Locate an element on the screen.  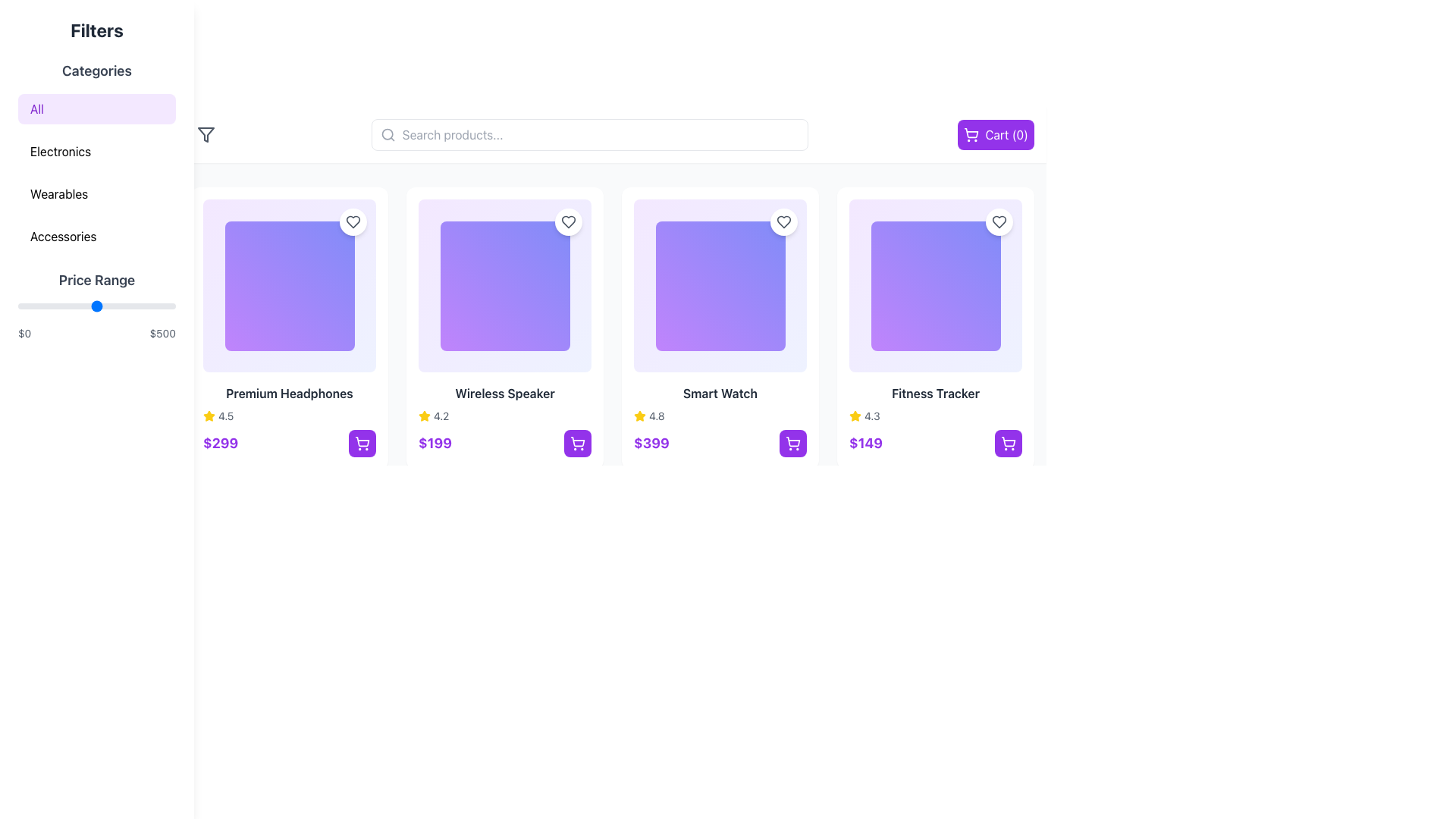
the price range slider is located at coordinates (66, 306).